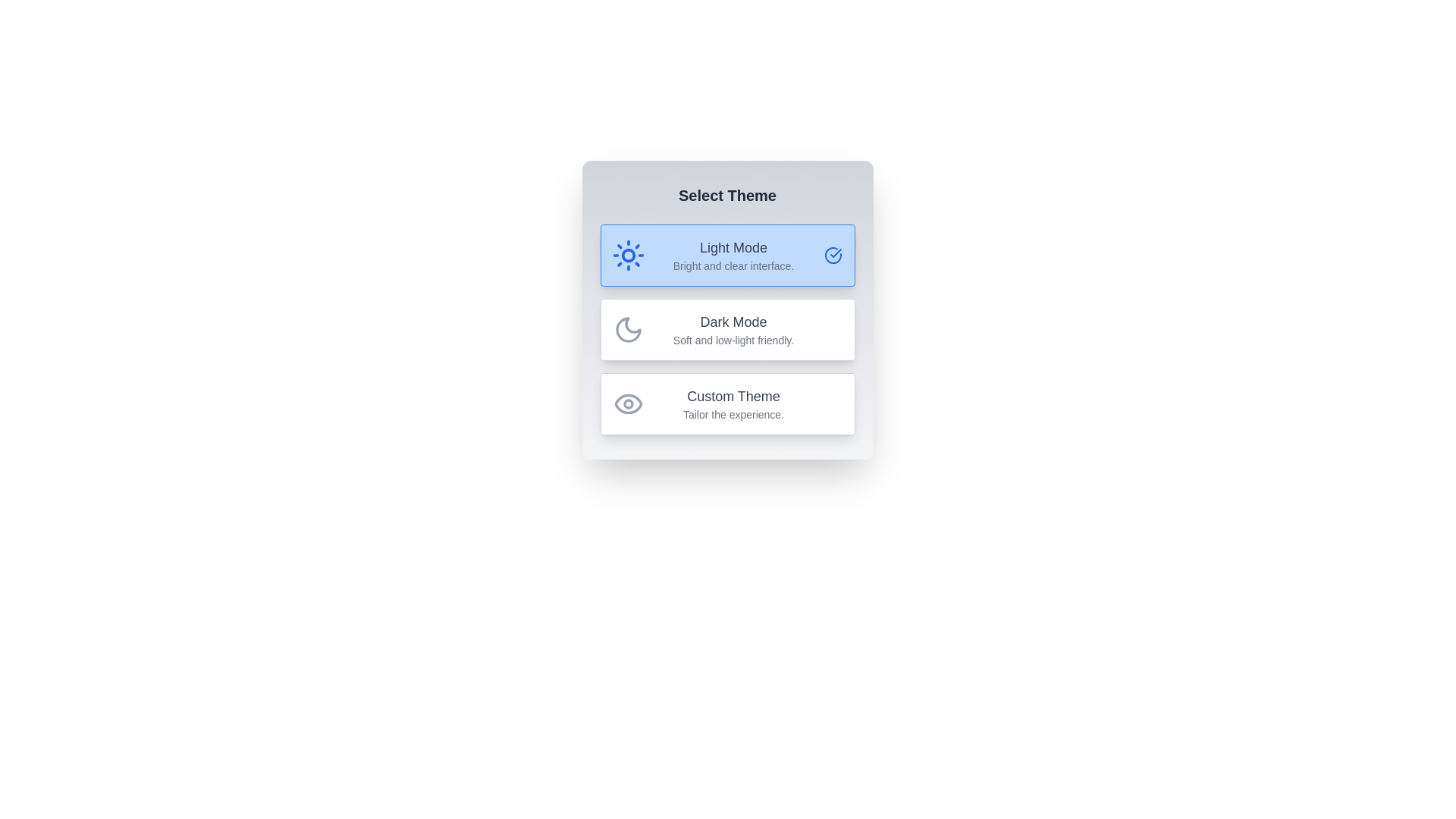 This screenshot has height=819, width=1456. Describe the element at coordinates (628, 403) in the screenshot. I see `the small circular eye icon with an outlined design located to the left of the 'Custom Theme' label in the third option of the theme selection list, if interactive options are available` at that location.